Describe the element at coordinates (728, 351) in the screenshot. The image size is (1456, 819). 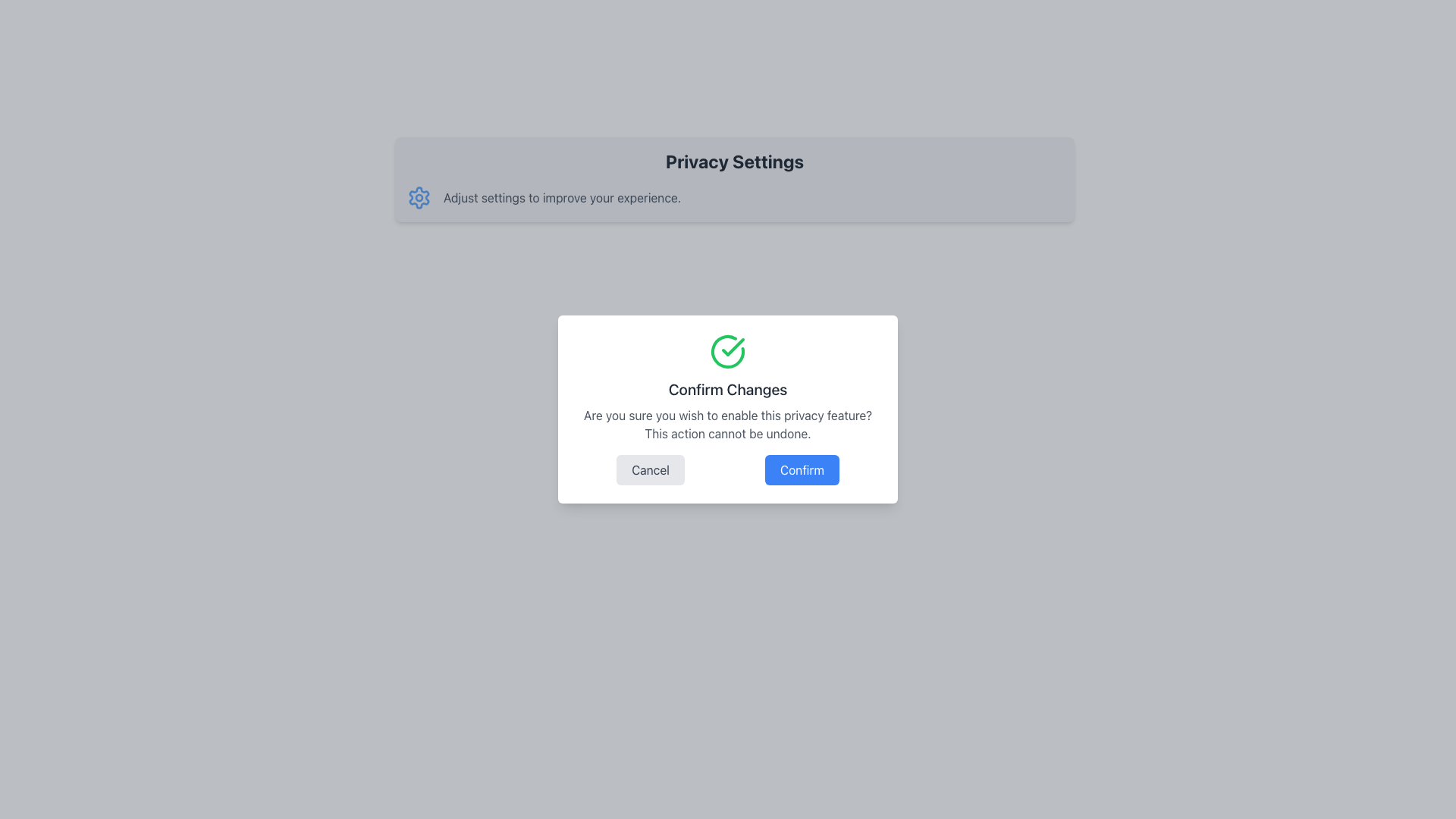
I see `the green circular icon with a checkmark in its center, located in the header section of the confirmation dialog box, directly above the 'Confirm Changes' text` at that location.